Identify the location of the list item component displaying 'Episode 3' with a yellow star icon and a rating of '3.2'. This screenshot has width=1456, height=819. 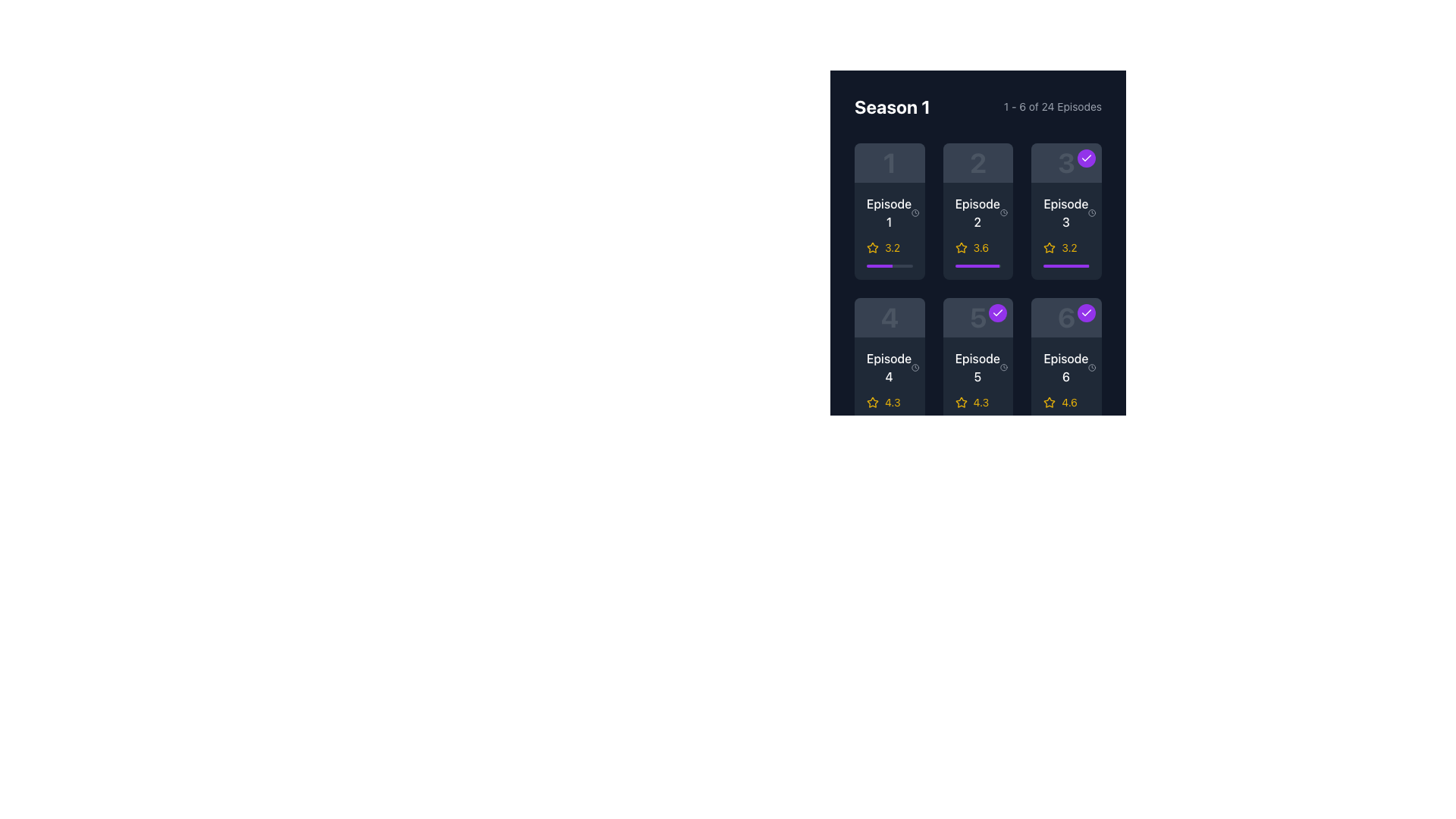
(1065, 231).